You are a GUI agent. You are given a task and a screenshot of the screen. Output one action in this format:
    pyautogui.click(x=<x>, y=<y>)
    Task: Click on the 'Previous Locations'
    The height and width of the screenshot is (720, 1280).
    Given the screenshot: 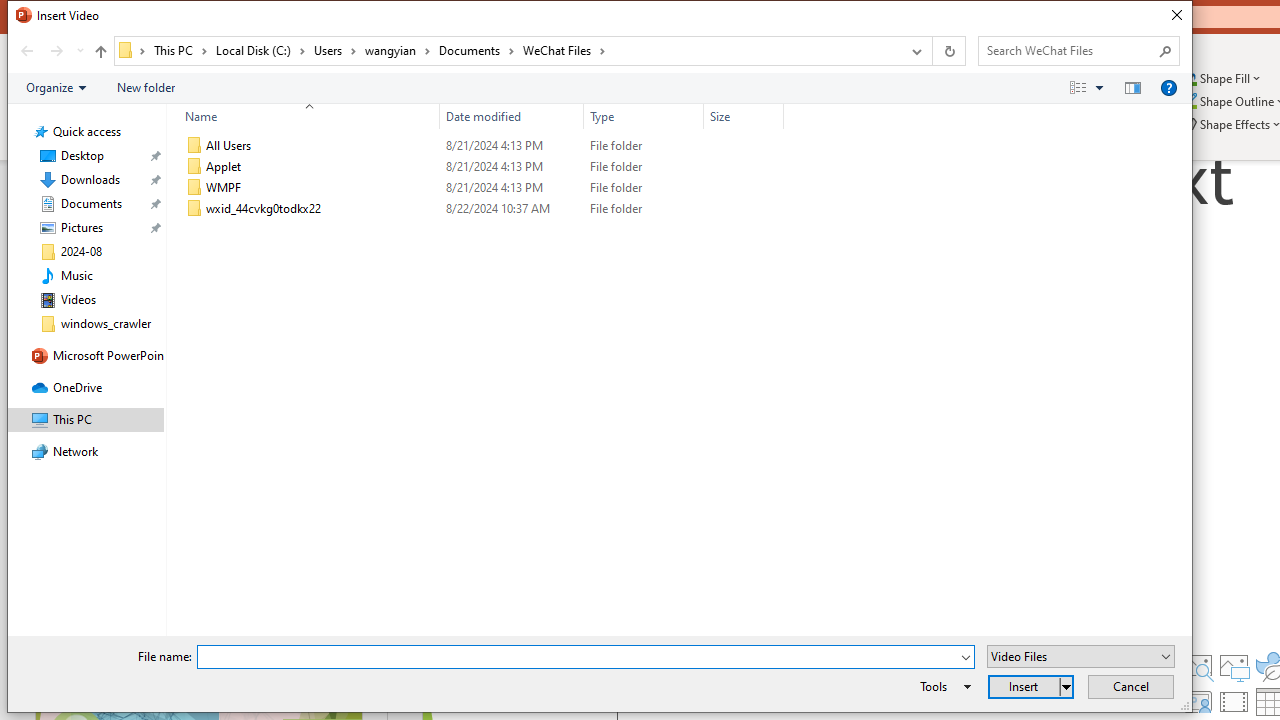 What is the action you would take?
    pyautogui.click(x=914, y=50)
    